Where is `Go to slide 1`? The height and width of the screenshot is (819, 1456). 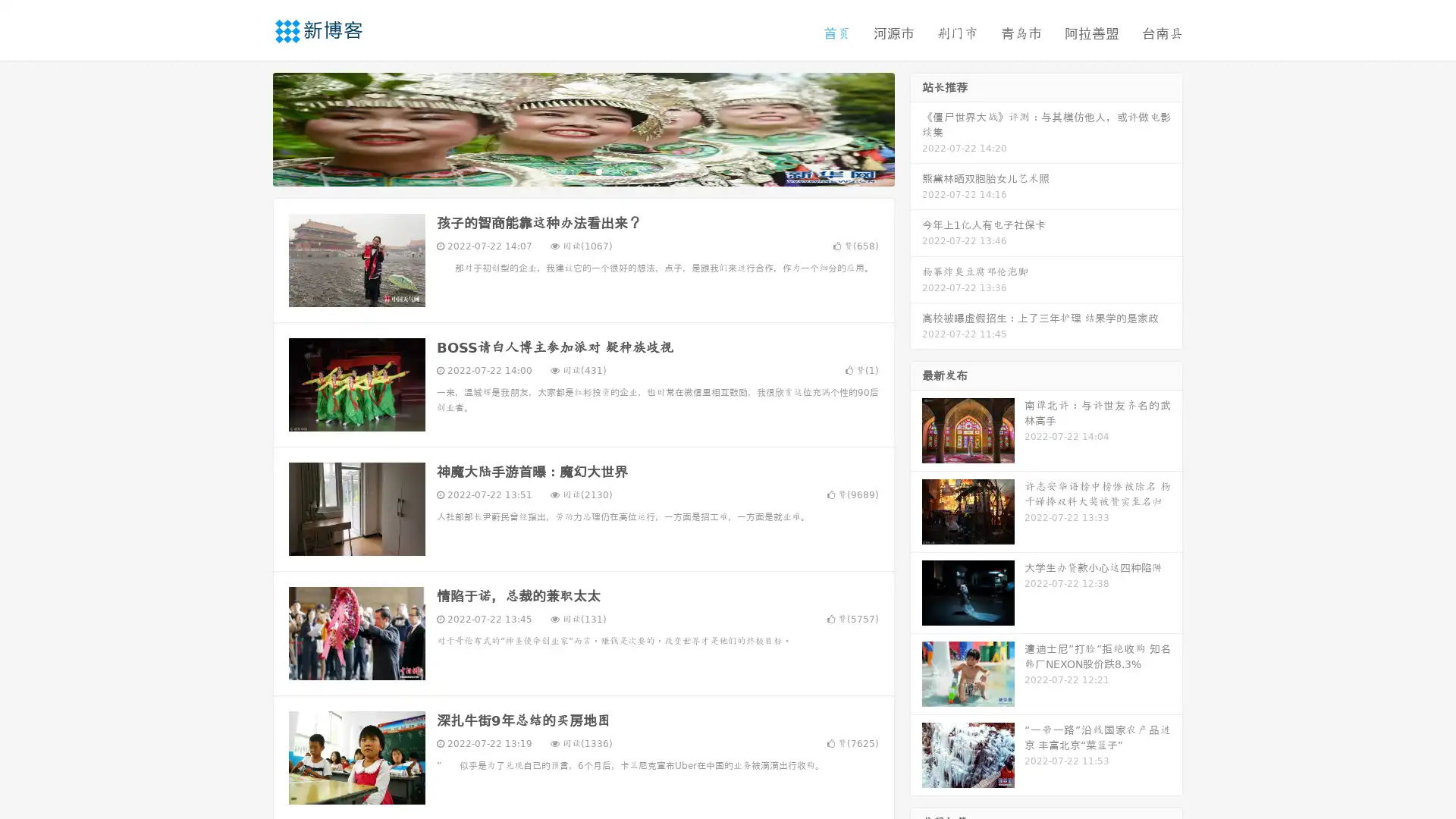
Go to slide 1 is located at coordinates (567, 171).